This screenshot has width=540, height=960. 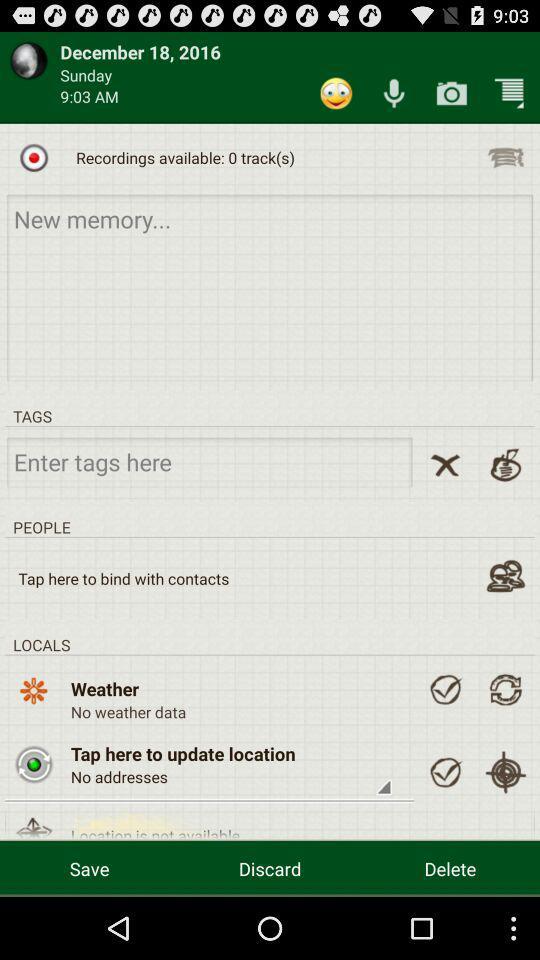 What do you see at coordinates (451, 99) in the screenshot?
I see `the photo icon` at bounding box center [451, 99].